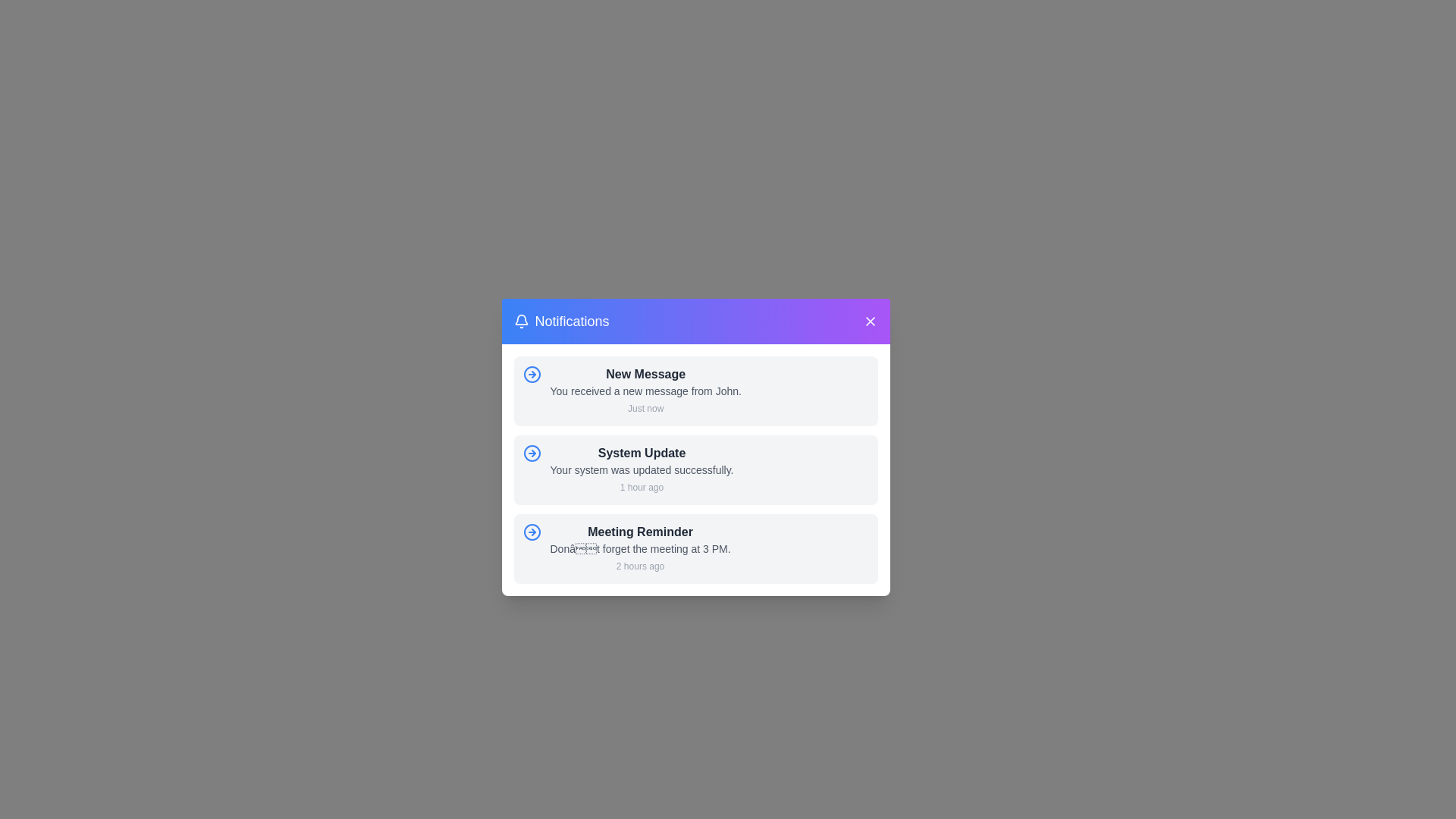 This screenshot has width=1456, height=819. What do you see at coordinates (642, 488) in the screenshot?
I see `the gray text label displaying '1 hour ago', located in the bottom-right corner of the notification card titled 'System Update', beneath the main text 'Your system was updated successfully'` at bounding box center [642, 488].